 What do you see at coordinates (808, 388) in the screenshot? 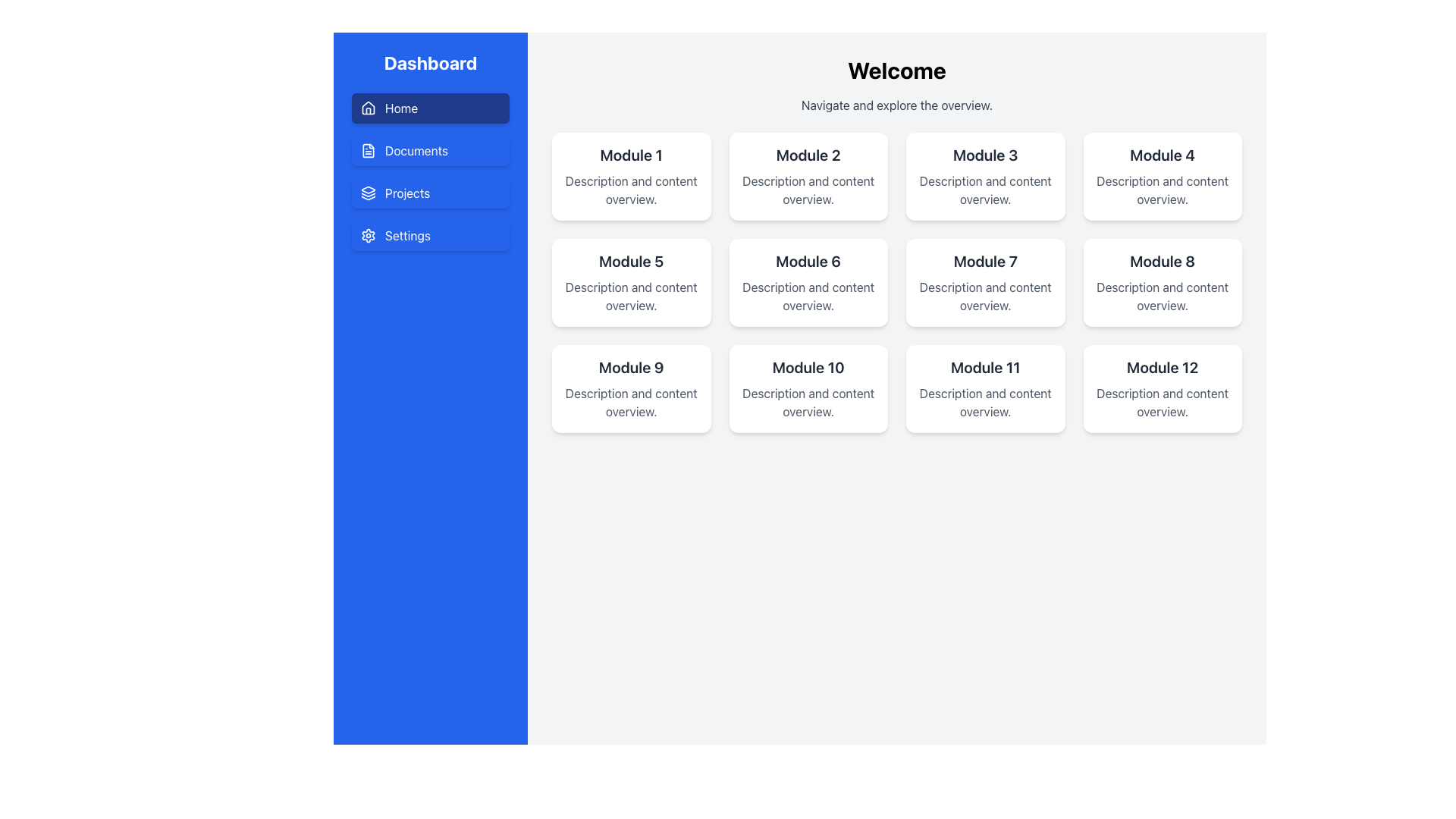
I see `the static text card for 'Module 10', located in the fourth row and second column of the grid layout` at bounding box center [808, 388].